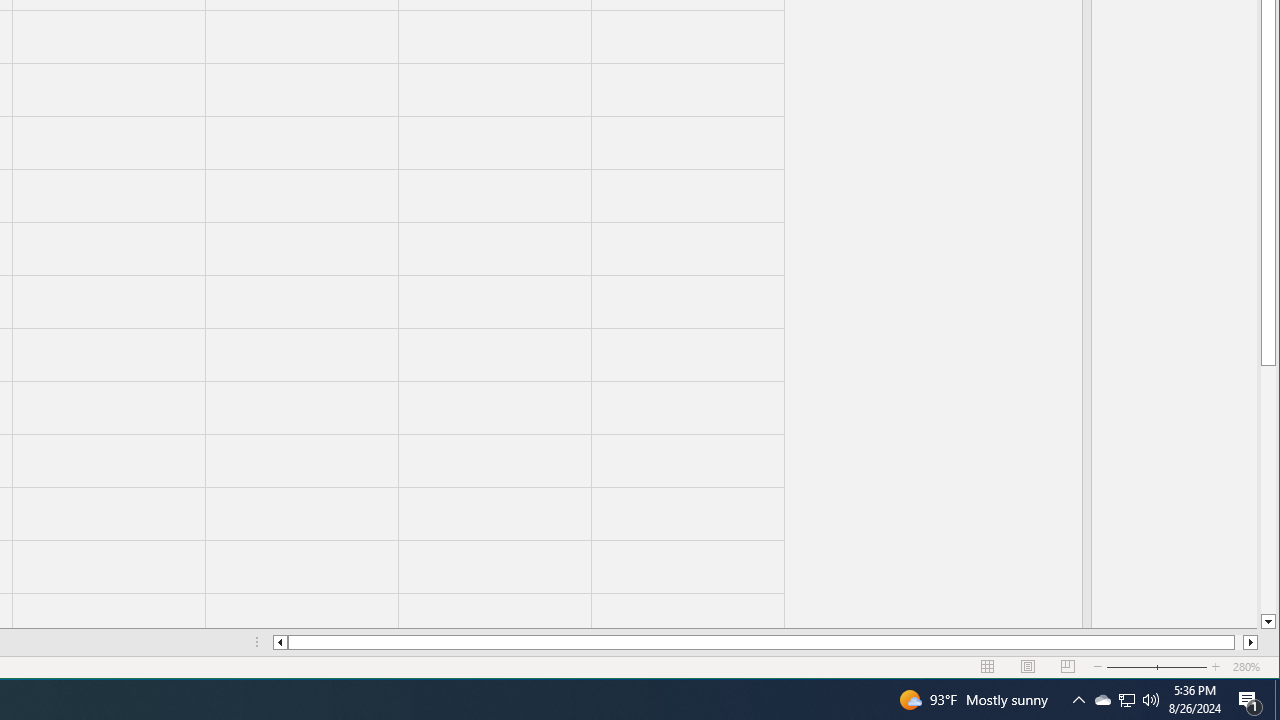 This screenshot has width=1280, height=720. Describe the element at coordinates (1127, 698) in the screenshot. I see `'Notification Chevron'` at that location.